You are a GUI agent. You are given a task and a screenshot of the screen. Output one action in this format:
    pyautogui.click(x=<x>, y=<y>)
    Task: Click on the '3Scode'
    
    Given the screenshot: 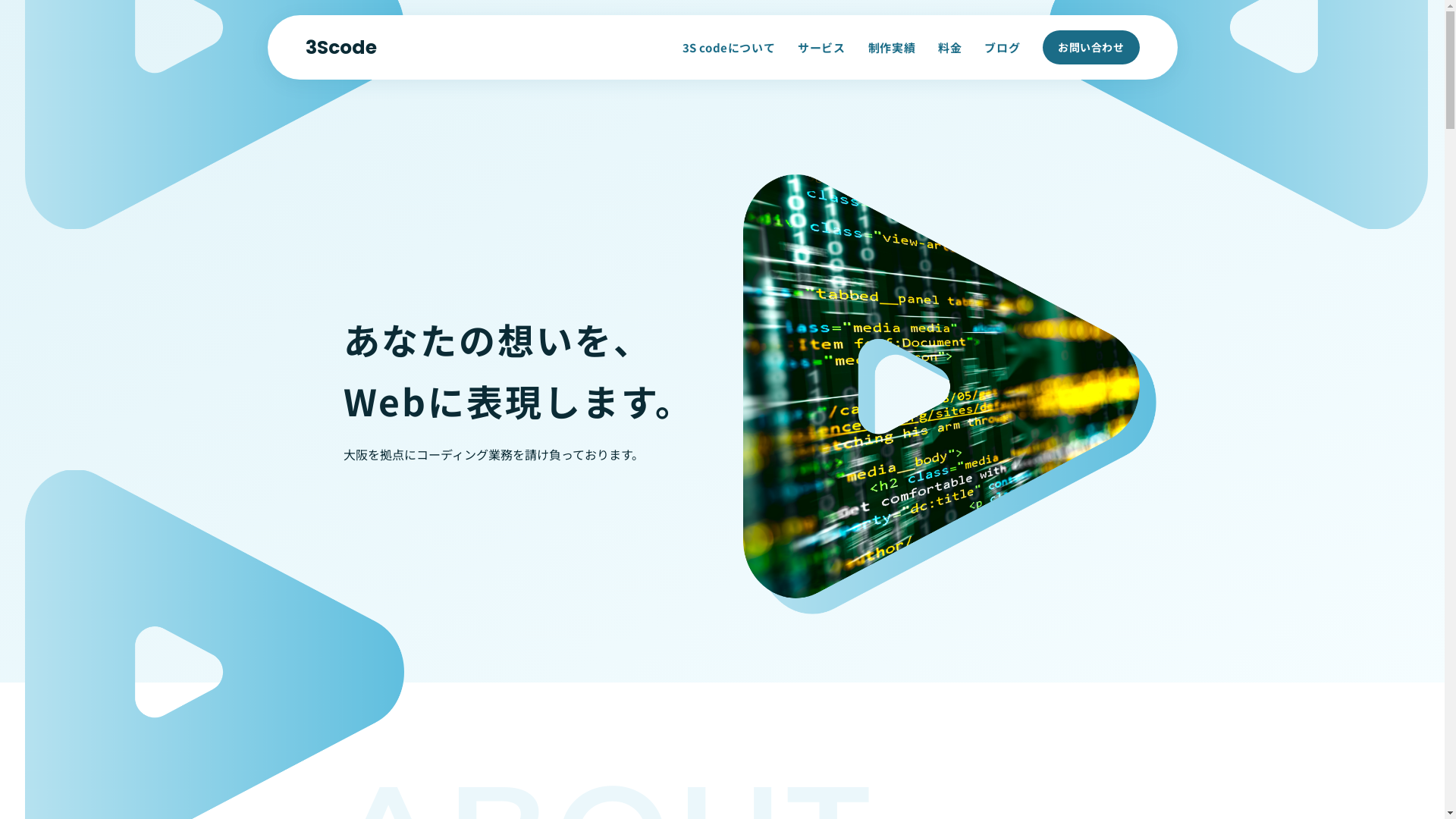 What is the action you would take?
    pyautogui.click(x=340, y=46)
    